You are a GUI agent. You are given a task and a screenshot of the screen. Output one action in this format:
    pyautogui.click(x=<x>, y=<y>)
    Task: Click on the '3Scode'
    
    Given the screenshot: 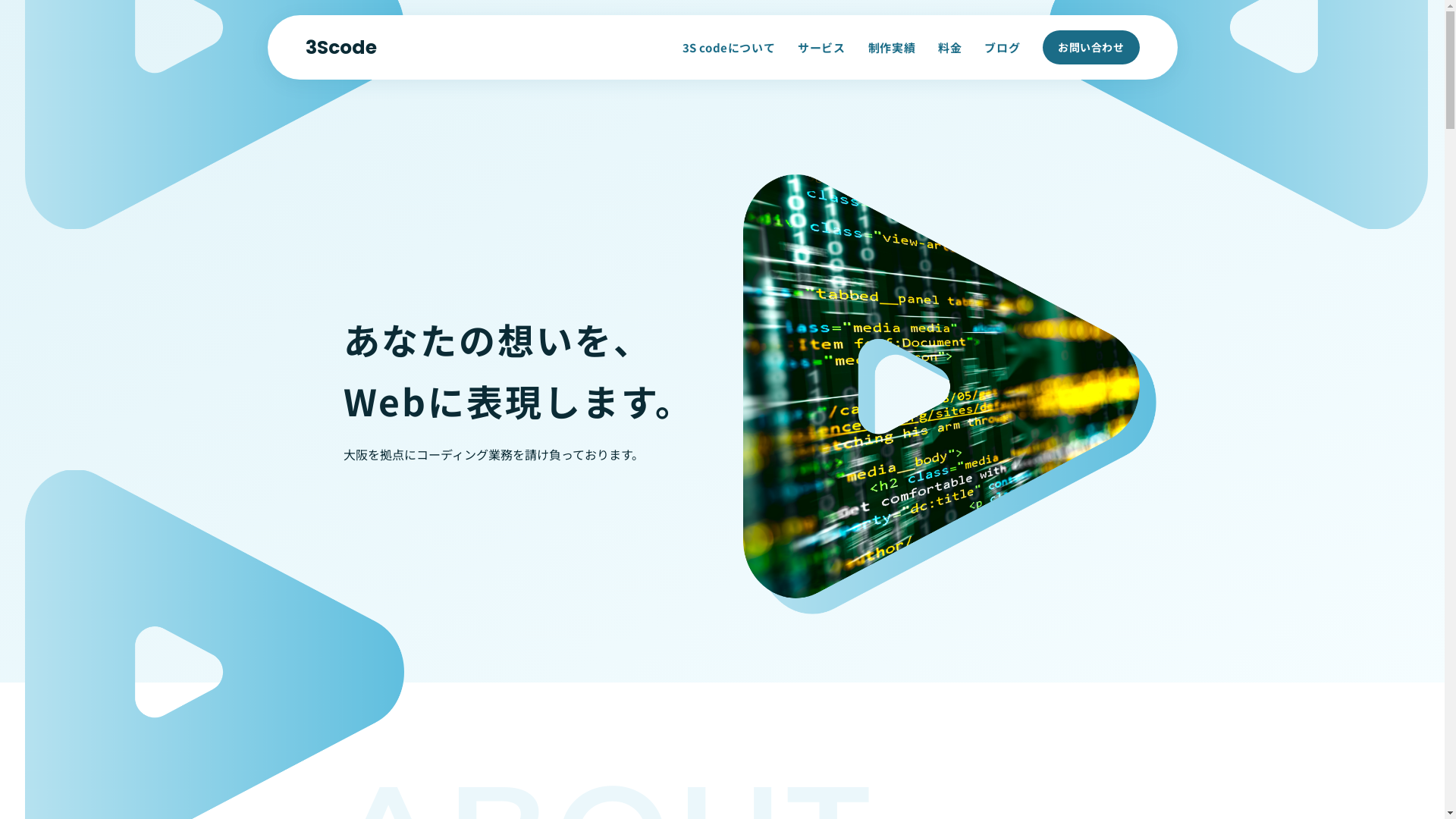 What is the action you would take?
    pyautogui.click(x=340, y=46)
    